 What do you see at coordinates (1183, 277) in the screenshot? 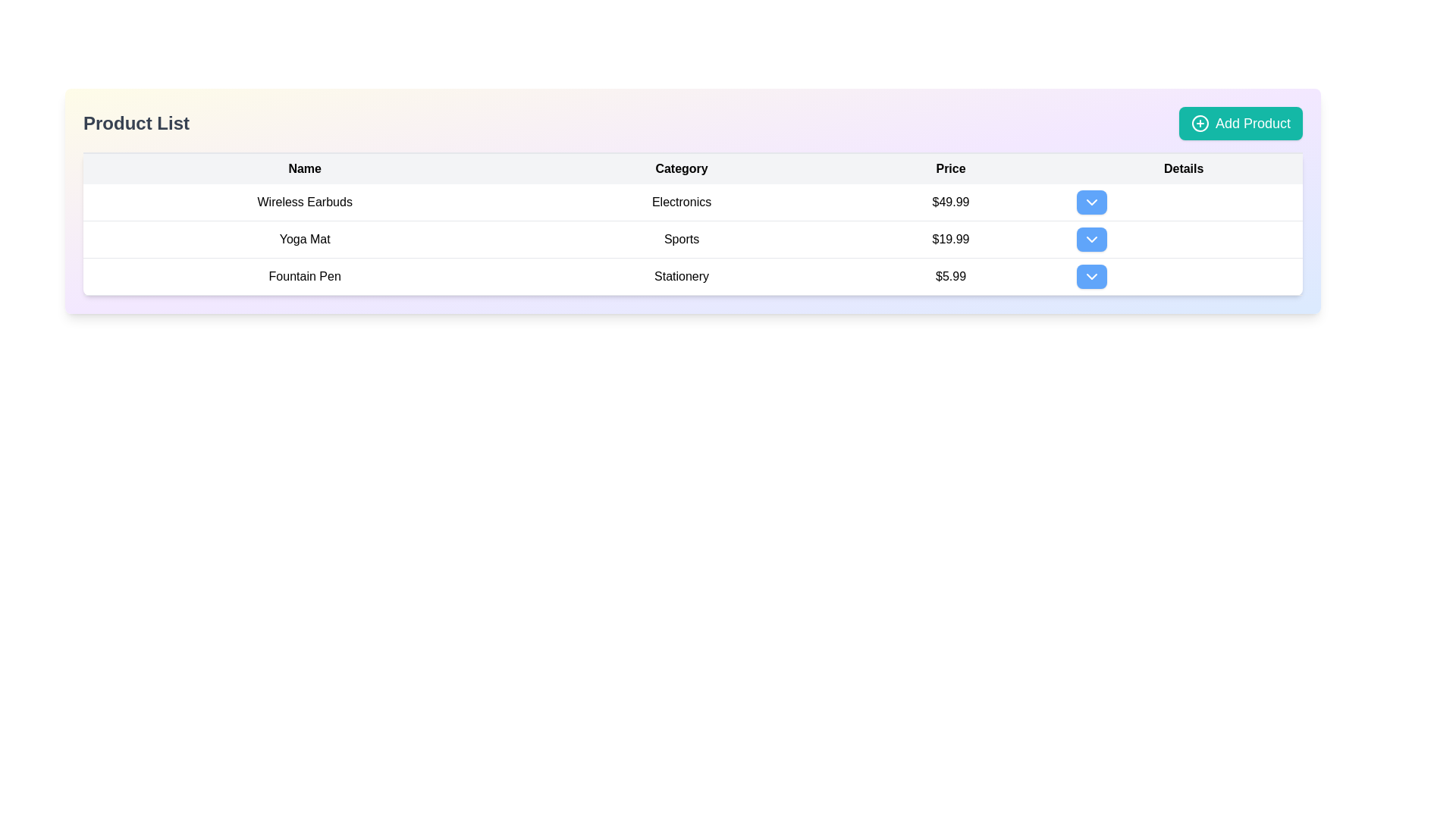
I see `the dropdown toggle button in the 'Details' column of the 'Fountain Pen' product row` at bounding box center [1183, 277].